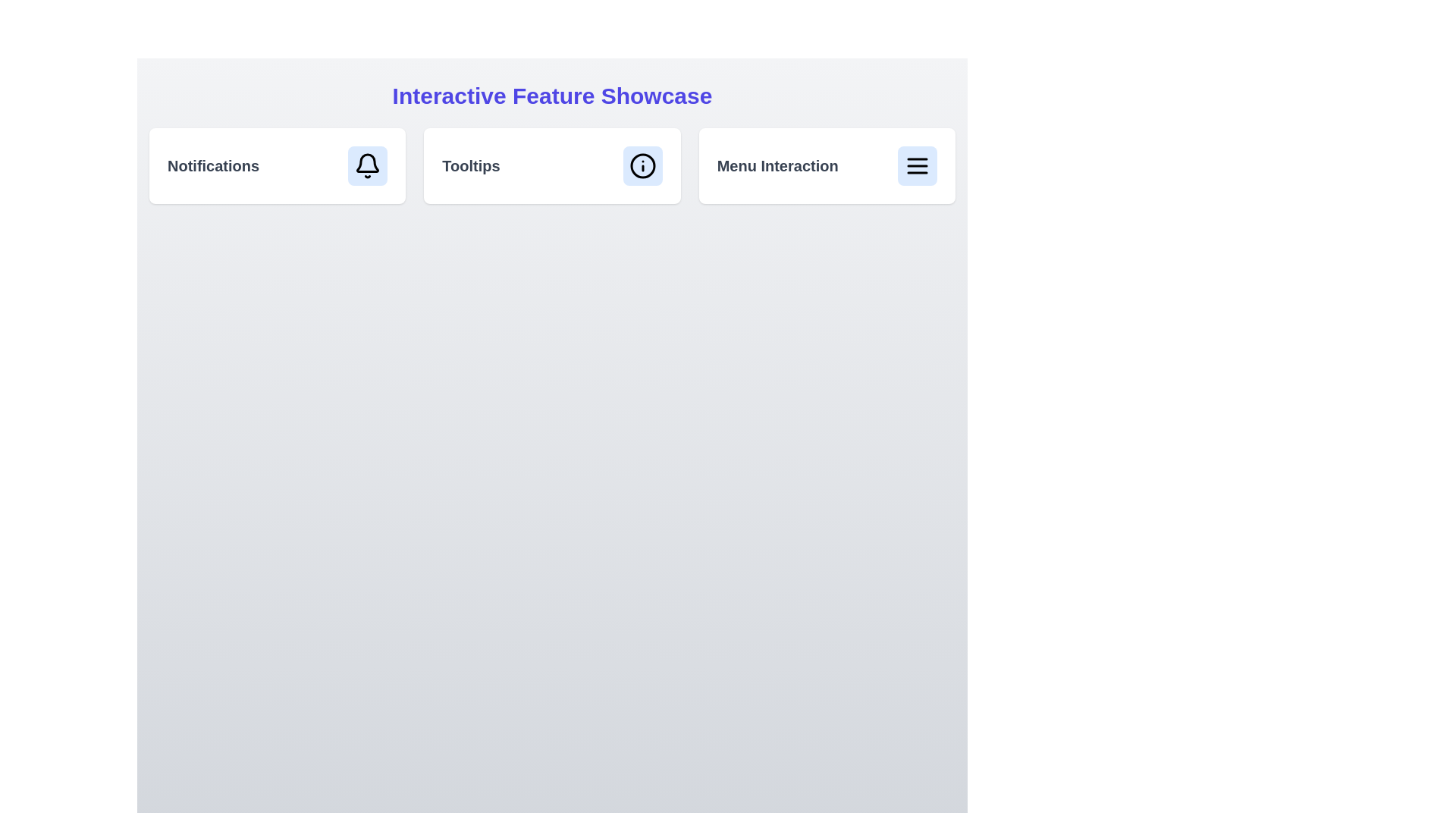  Describe the element at coordinates (551, 96) in the screenshot. I see `the text heading displaying 'Interactive Feature Showcase', which is styled in bold indigo color and is positioned at the top of the content area` at that location.